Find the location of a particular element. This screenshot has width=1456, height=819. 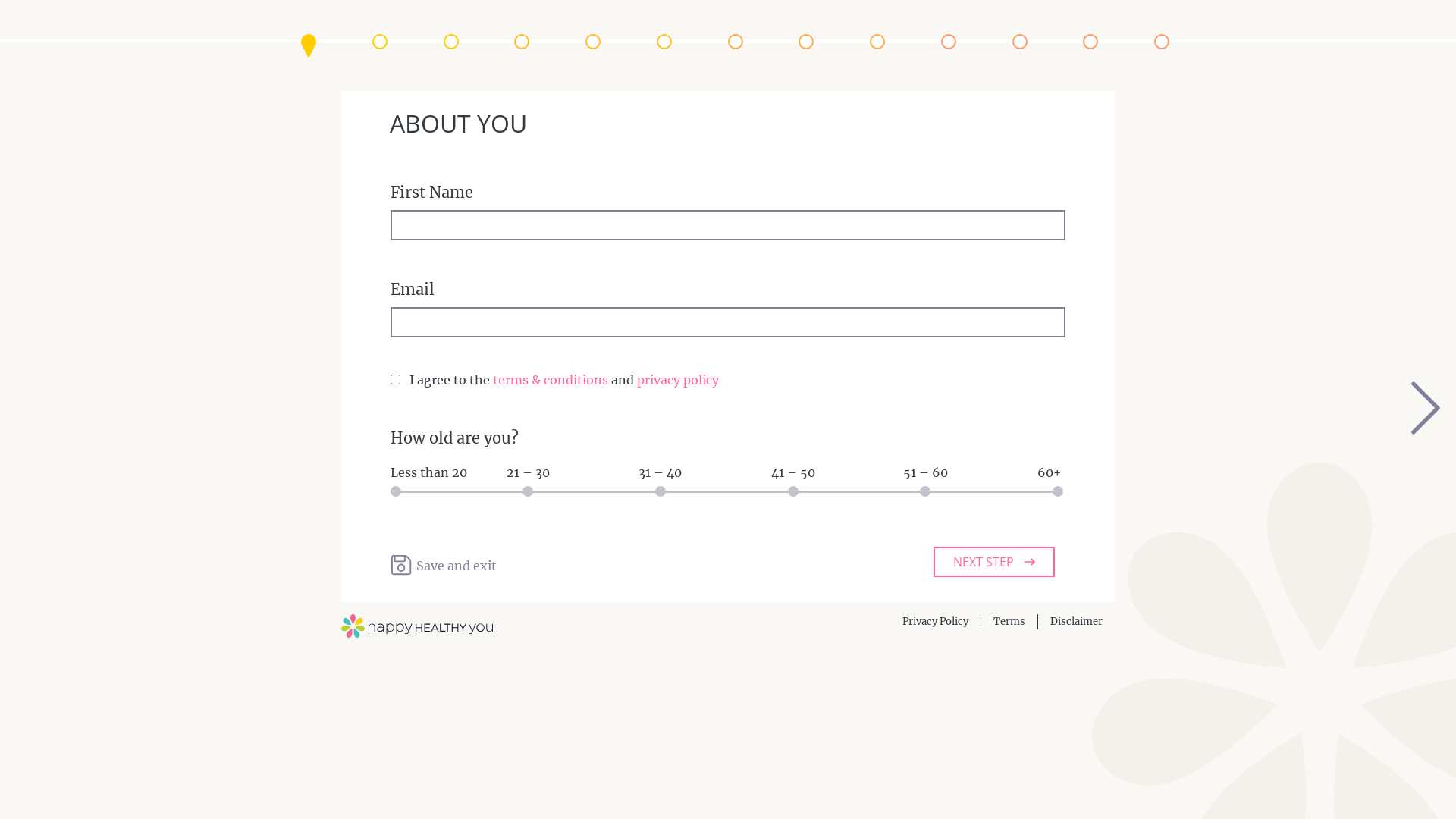

'Terms' is located at coordinates (1009, 622).